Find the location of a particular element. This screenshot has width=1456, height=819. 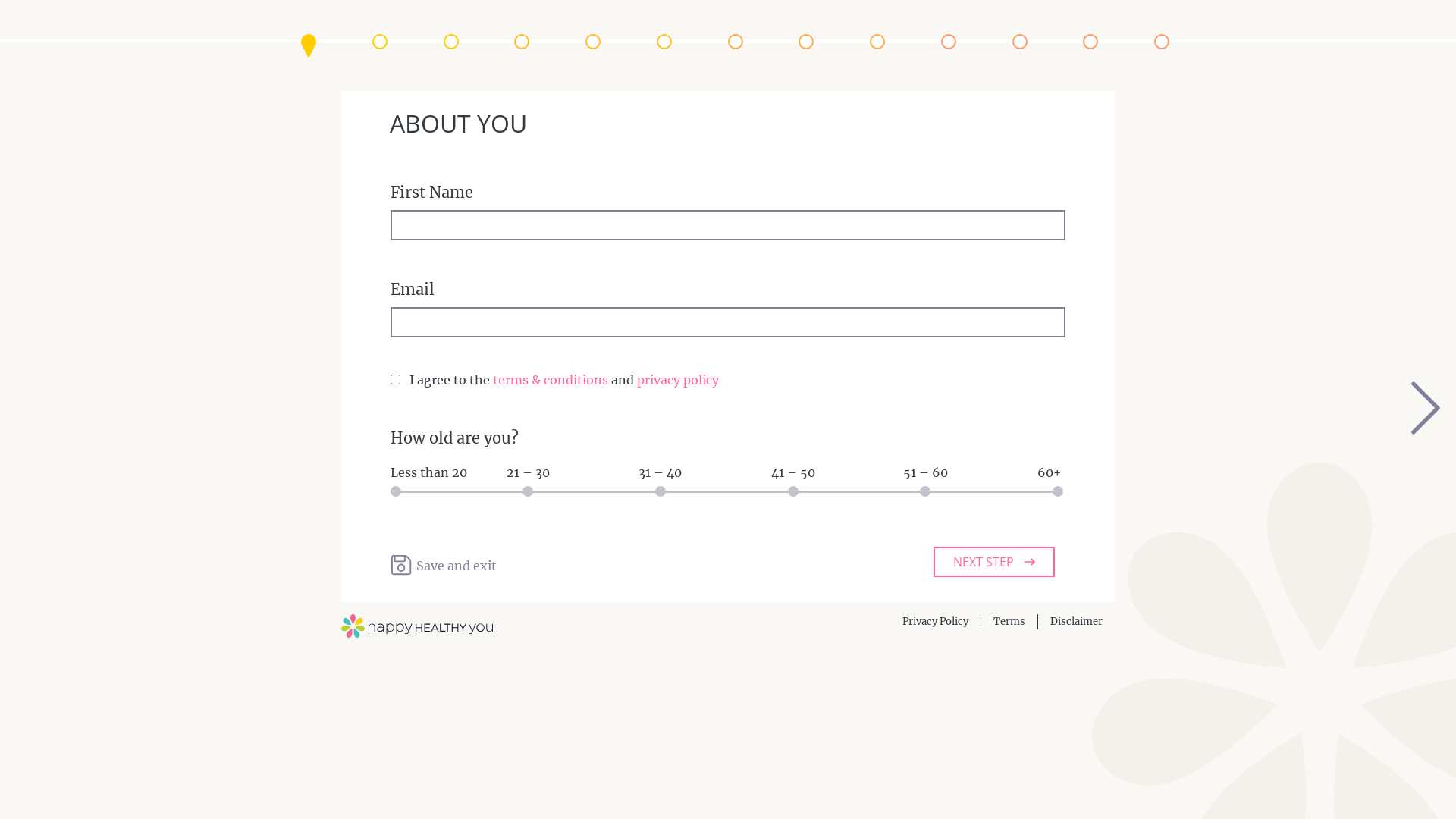

'Terms' is located at coordinates (1009, 622).